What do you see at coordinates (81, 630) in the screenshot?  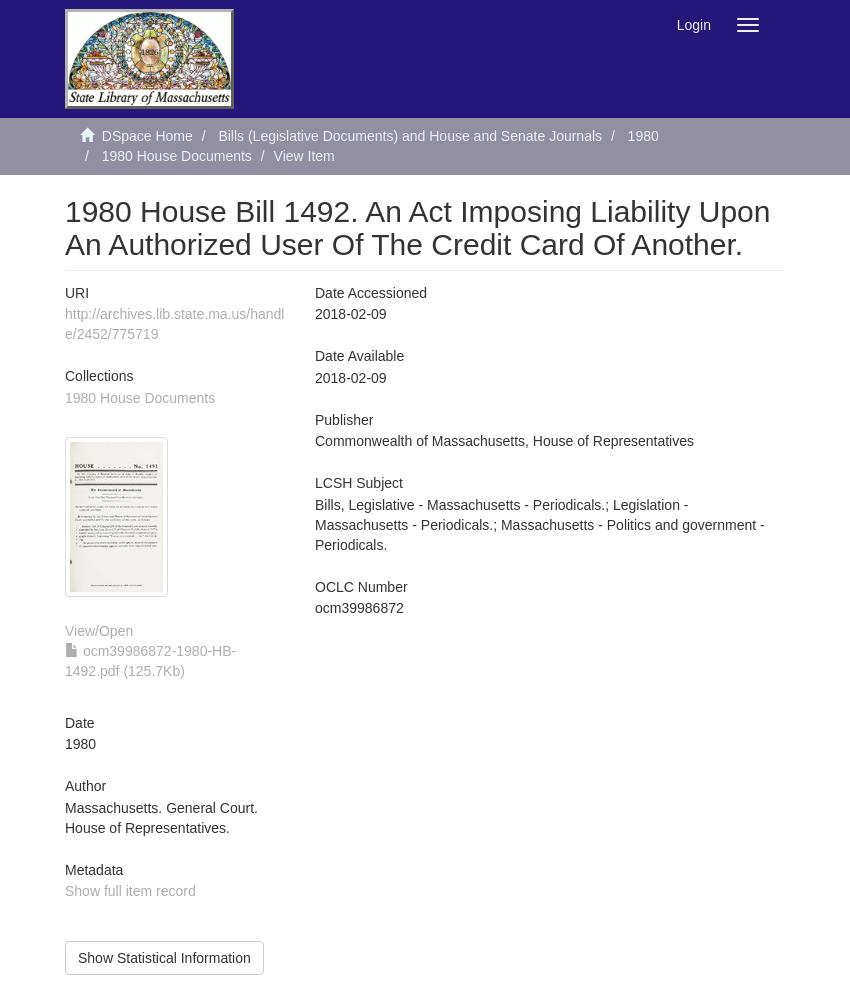 I see `'View/'` at bounding box center [81, 630].